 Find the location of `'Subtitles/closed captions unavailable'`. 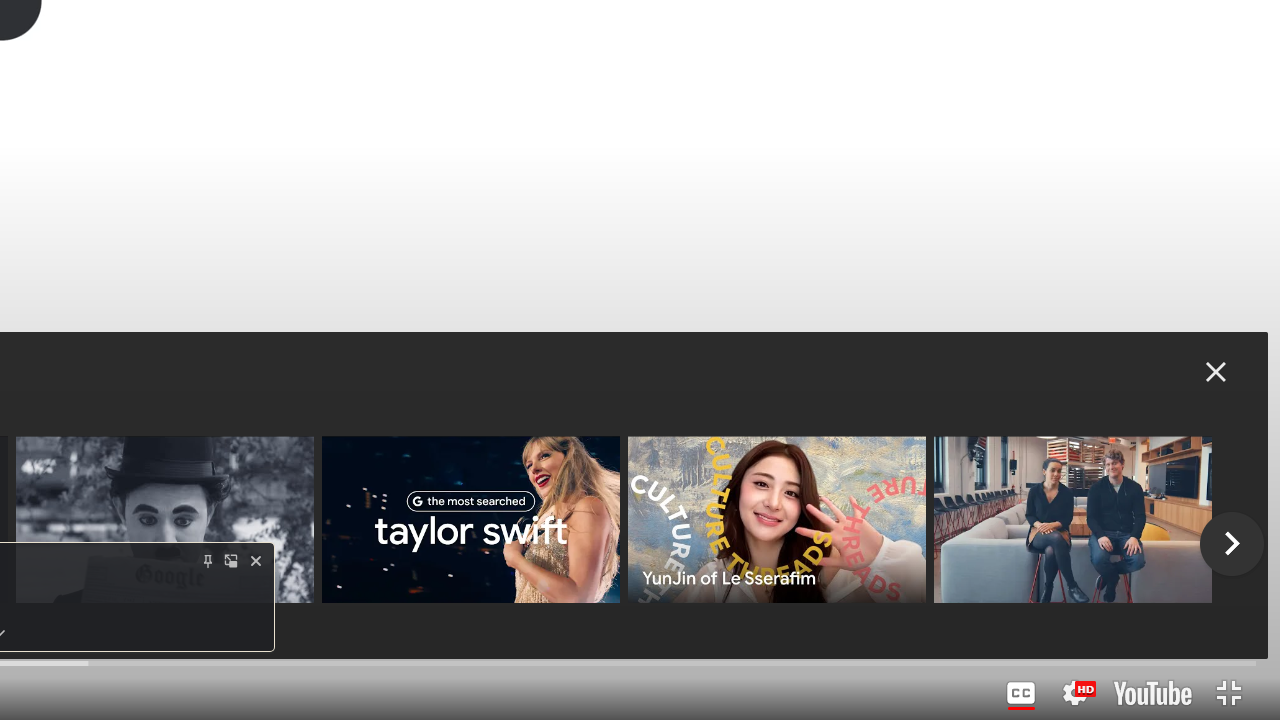

'Subtitles/closed captions unavailable' is located at coordinates (1021, 692).